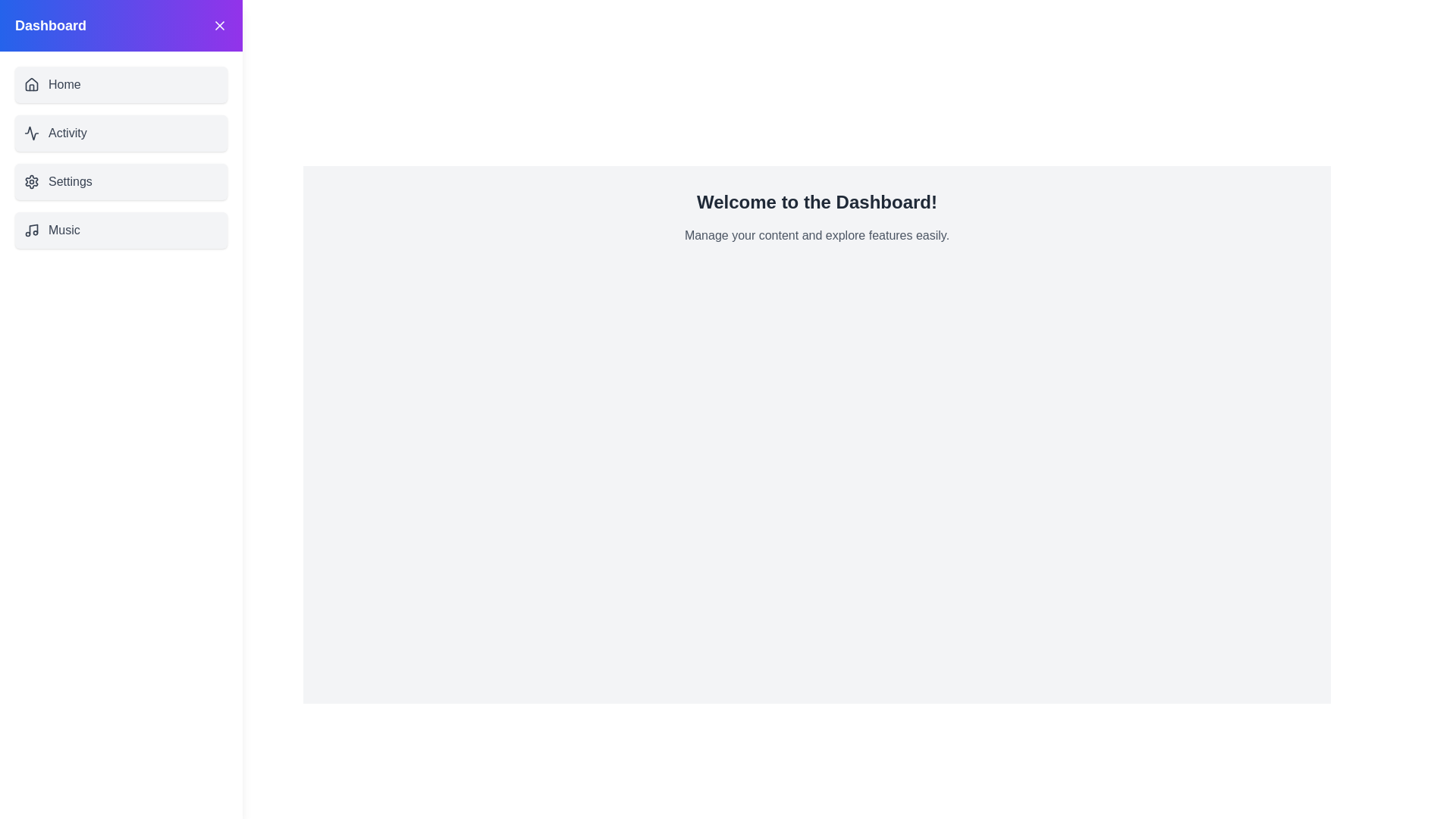  What do you see at coordinates (120, 180) in the screenshot?
I see `the menu item labeled Settings to navigate to the corresponding section` at bounding box center [120, 180].